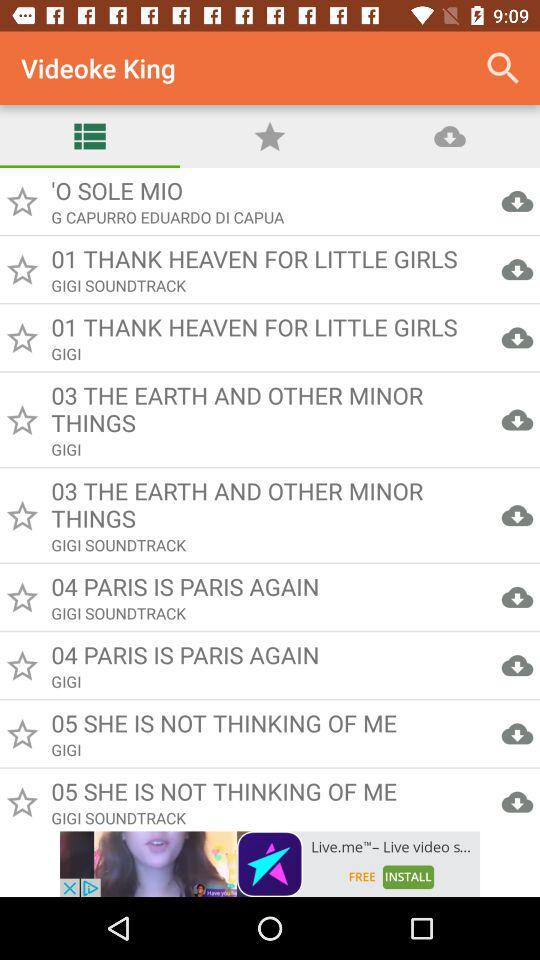 The width and height of the screenshot is (540, 960). What do you see at coordinates (270, 863) in the screenshot?
I see `click on the advertisement` at bounding box center [270, 863].